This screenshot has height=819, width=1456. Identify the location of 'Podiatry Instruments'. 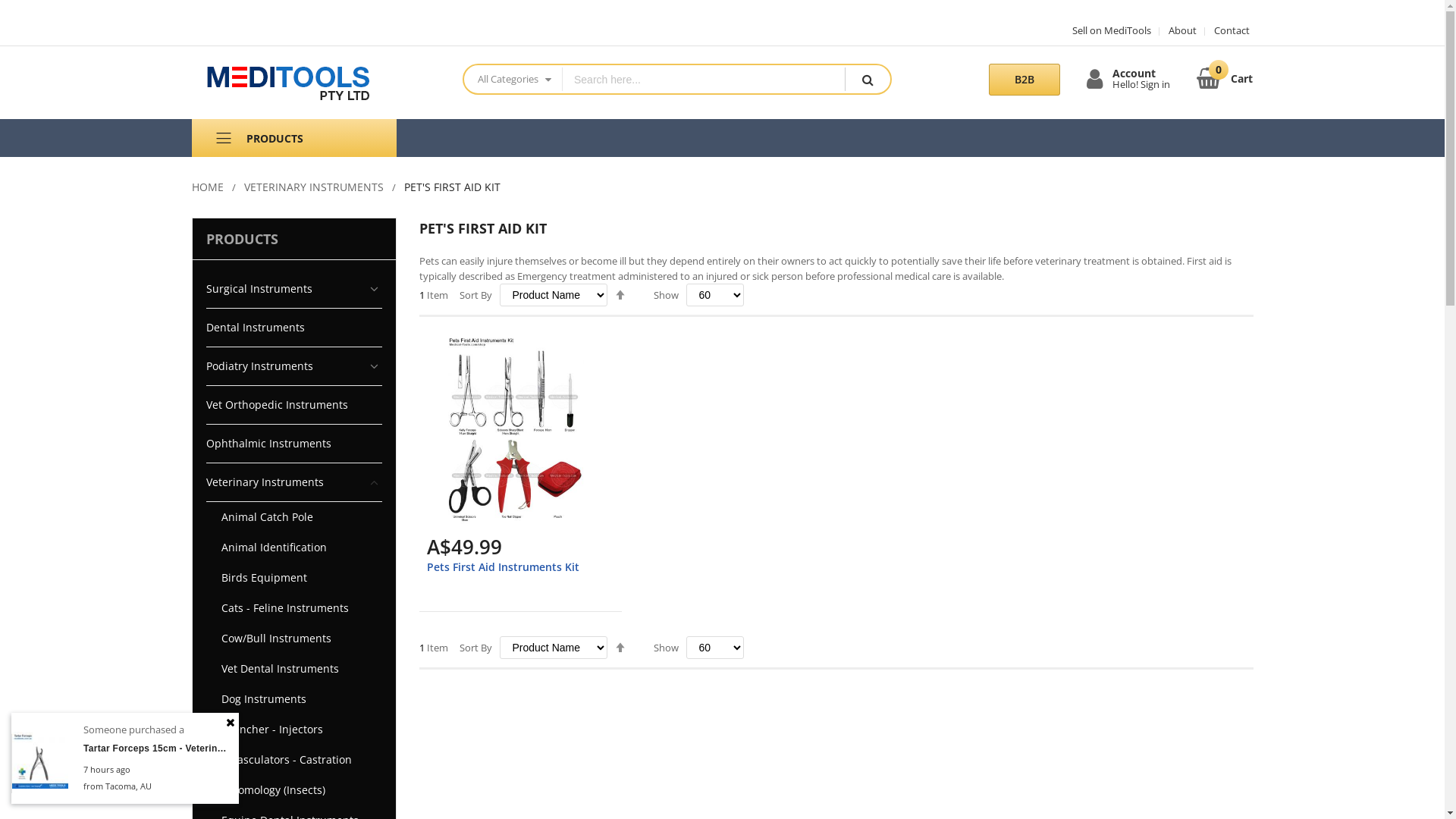
(294, 366).